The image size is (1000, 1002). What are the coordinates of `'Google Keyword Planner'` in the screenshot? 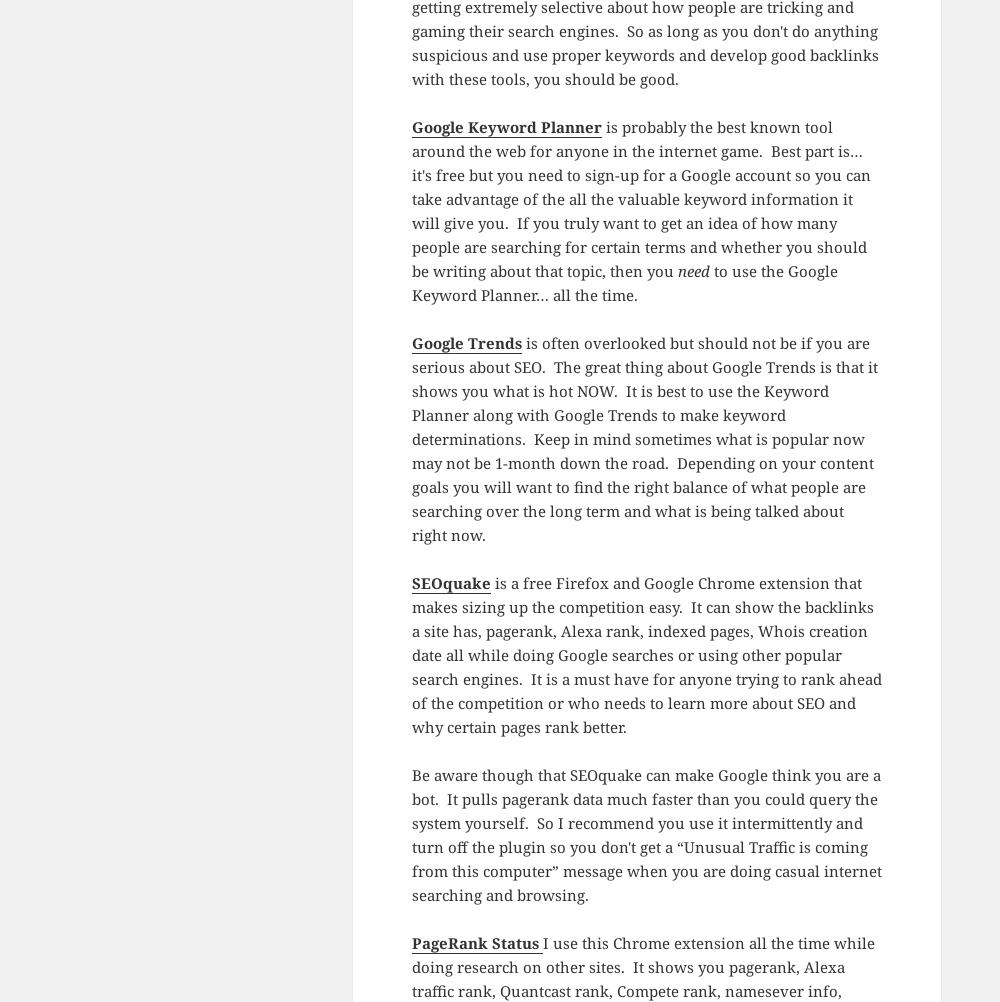 It's located at (506, 125).